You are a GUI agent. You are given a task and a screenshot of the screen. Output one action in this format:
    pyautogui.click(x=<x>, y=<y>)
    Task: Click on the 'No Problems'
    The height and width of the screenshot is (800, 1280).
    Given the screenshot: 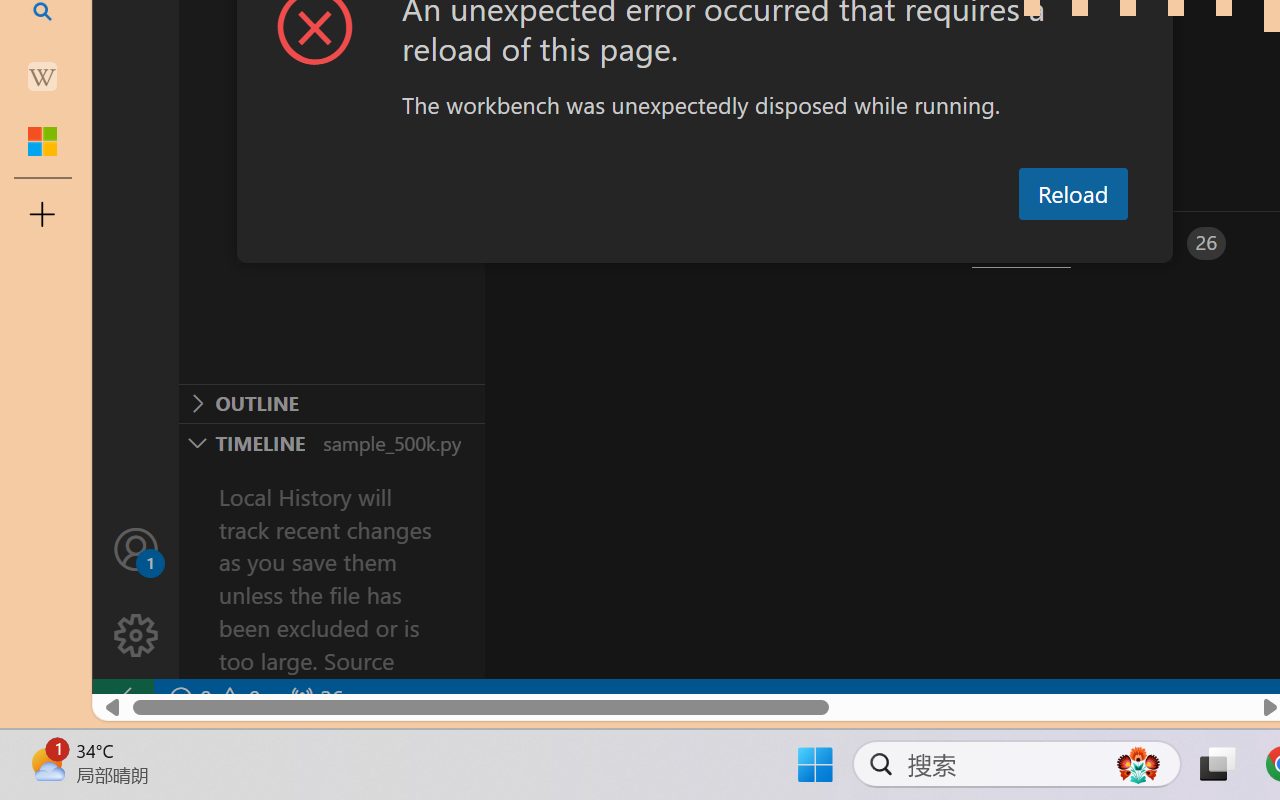 What is the action you would take?
    pyautogui.click(x=213, y=698)
    